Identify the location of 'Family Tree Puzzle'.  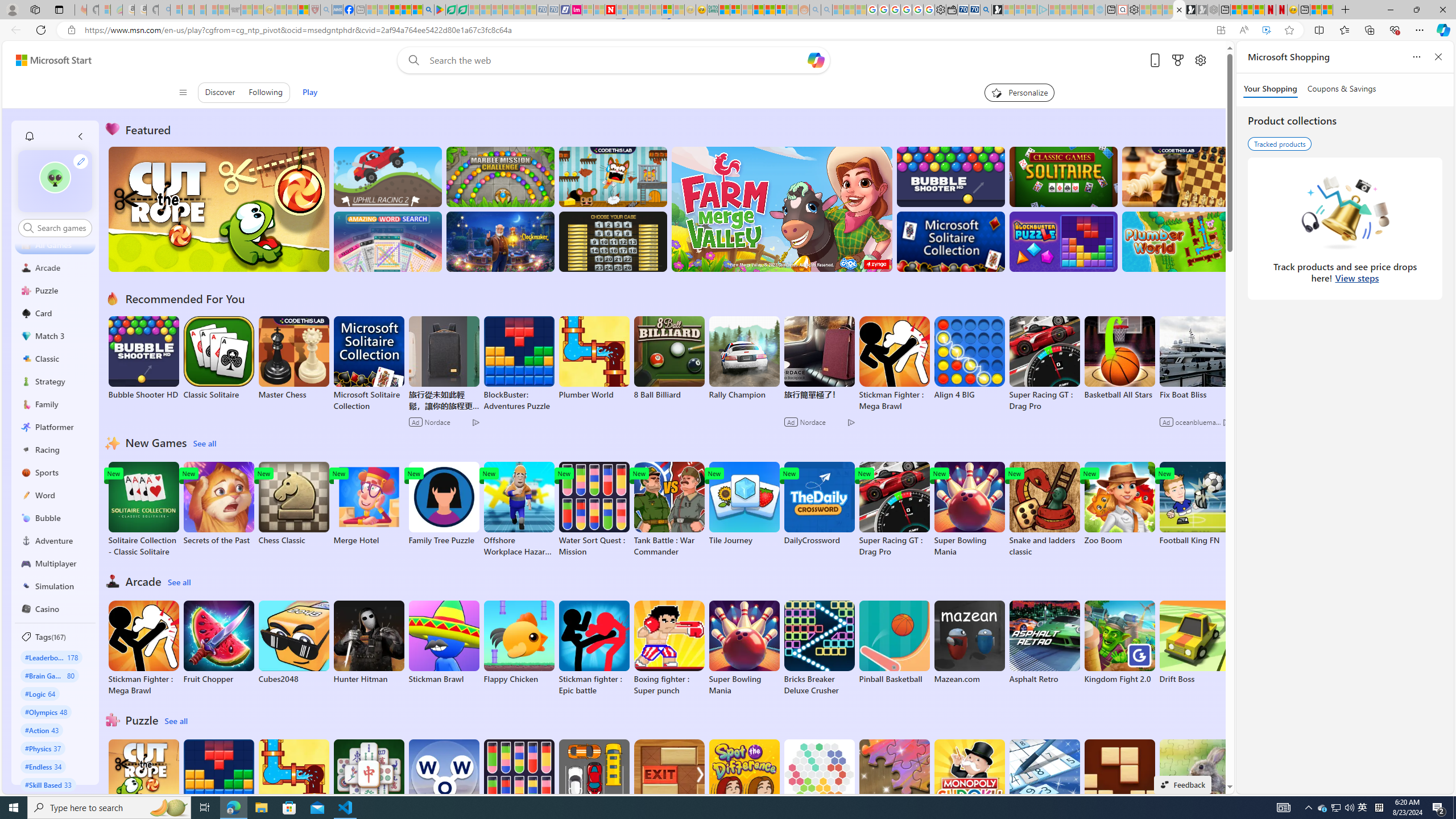
(442, 503).